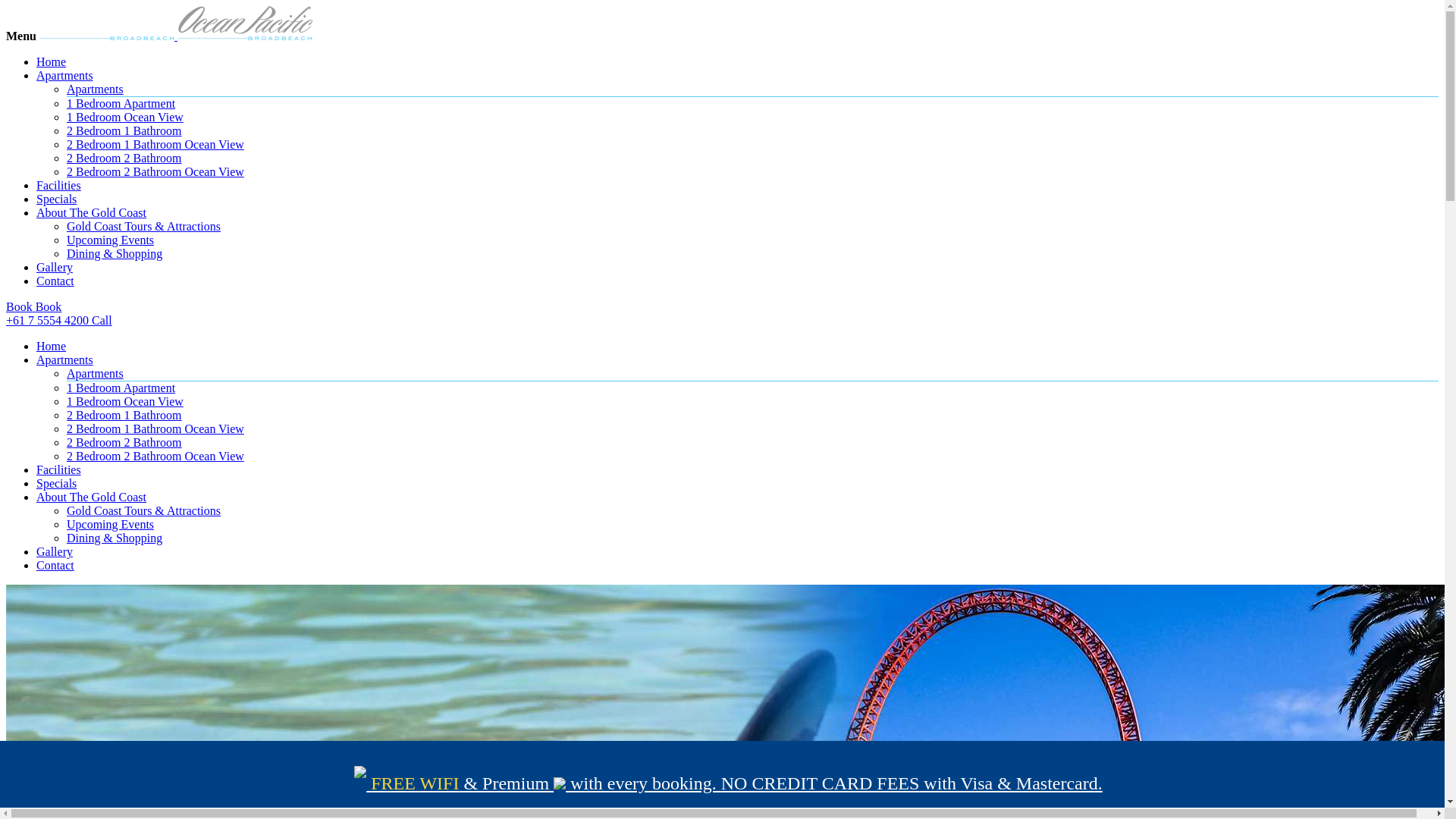 The width and height of the screenshot is (1456, 819). What do you see at coordinates (21, 35) in the screenshot?
I see `'Menu'` at bounding box center [21, 35].